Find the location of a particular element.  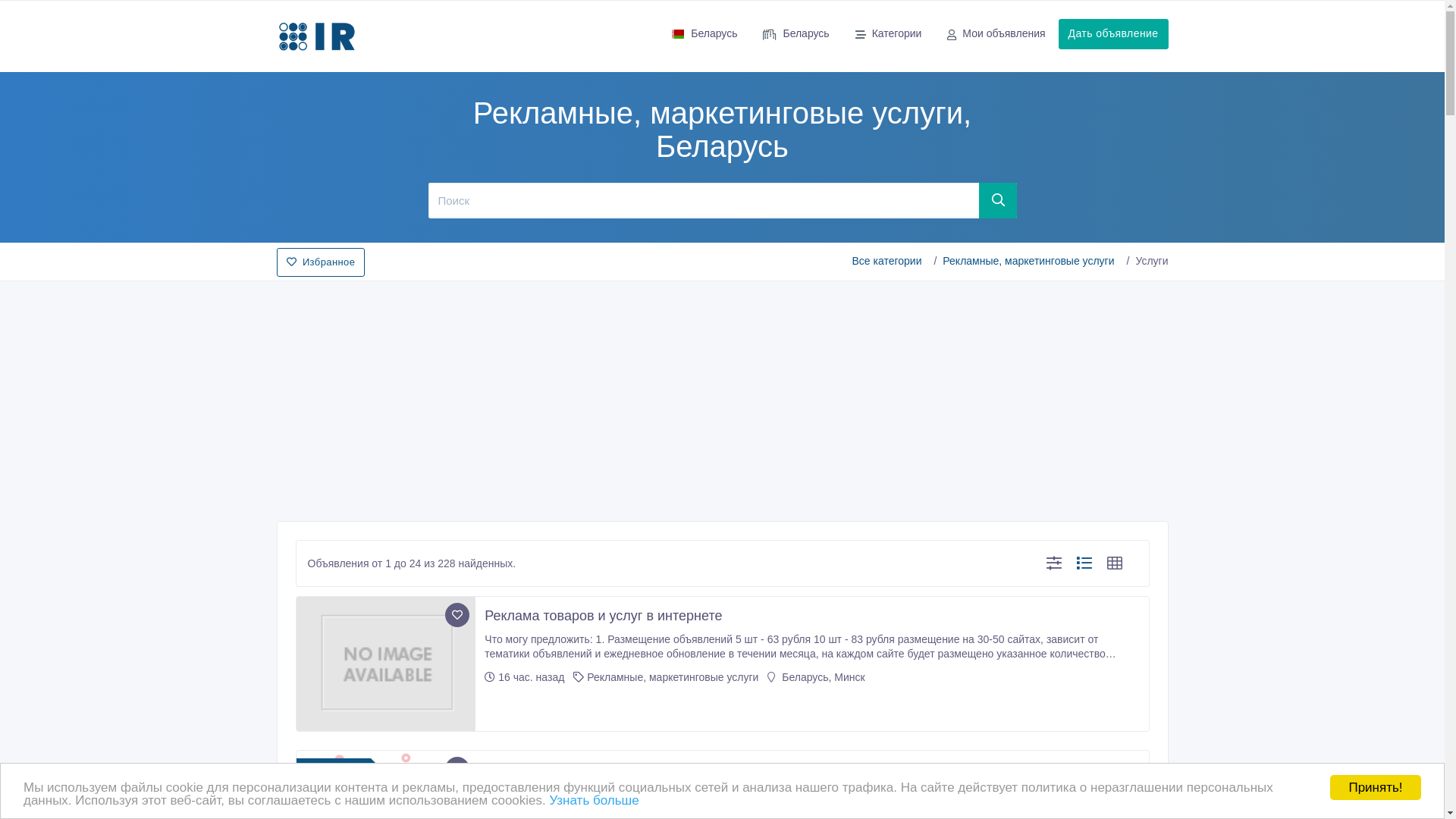

'Add to favorite' is located at coordinates (457, 614).